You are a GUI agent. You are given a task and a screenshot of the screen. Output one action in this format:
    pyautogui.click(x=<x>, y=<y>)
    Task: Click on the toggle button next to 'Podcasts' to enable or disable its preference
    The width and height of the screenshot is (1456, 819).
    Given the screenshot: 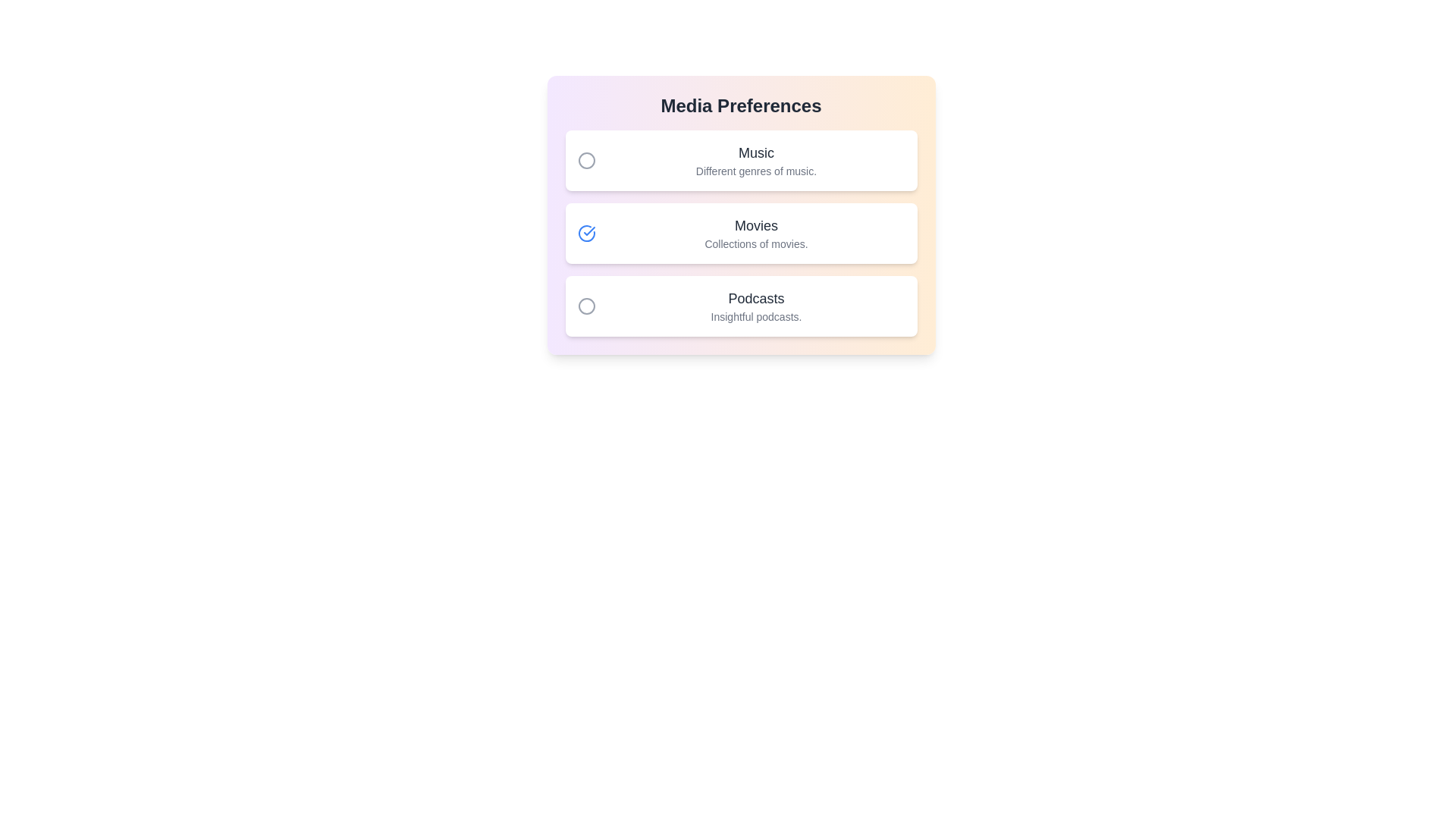 What is the action you would take?
    pyautogui.click(x=585, y=306)
    